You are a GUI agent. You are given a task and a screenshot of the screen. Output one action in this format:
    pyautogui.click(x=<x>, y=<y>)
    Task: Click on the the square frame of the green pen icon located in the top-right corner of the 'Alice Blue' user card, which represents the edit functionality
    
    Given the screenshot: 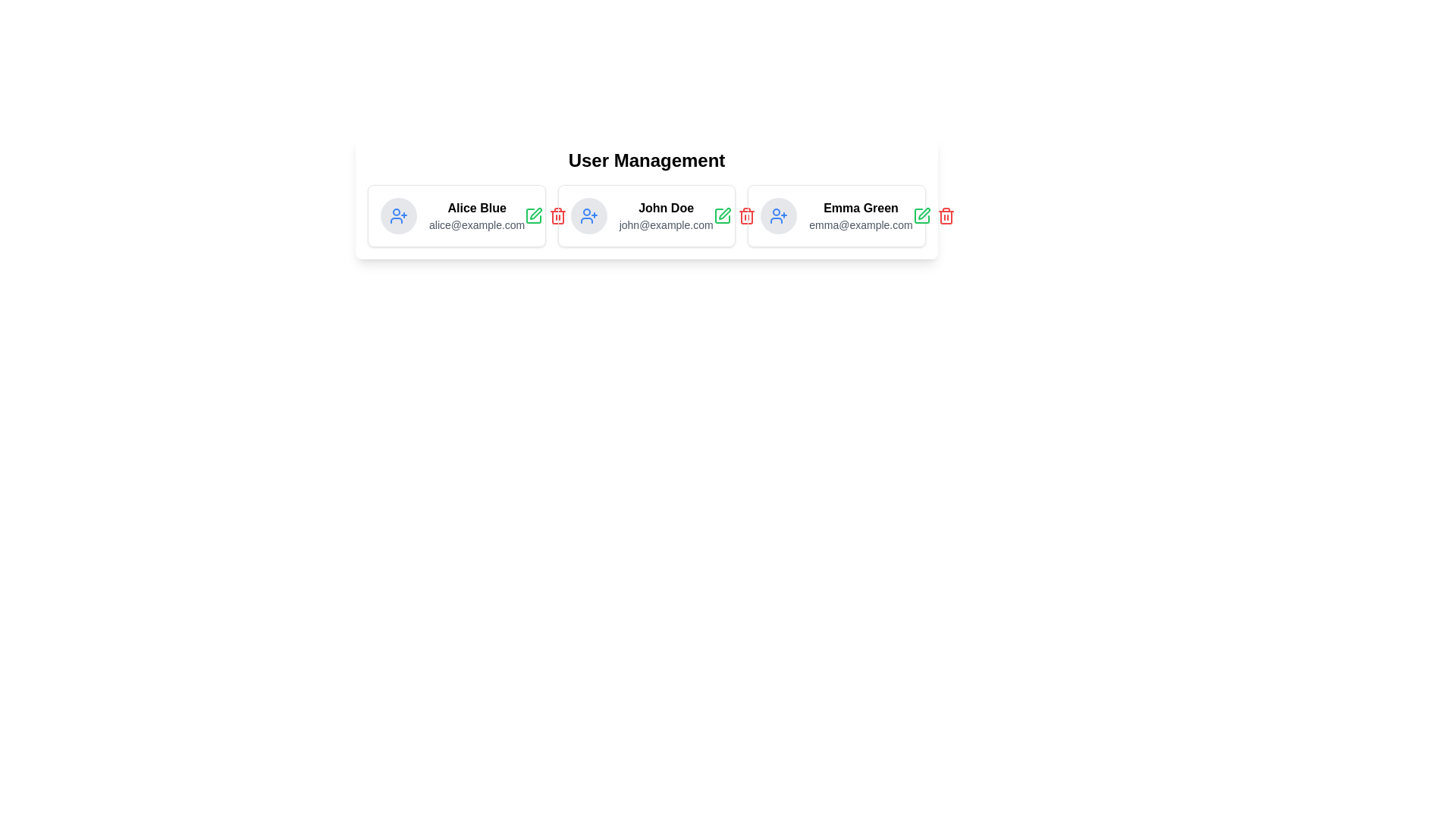 What is the action you would take?
    pyautogui.click(x=534, y=216)
    